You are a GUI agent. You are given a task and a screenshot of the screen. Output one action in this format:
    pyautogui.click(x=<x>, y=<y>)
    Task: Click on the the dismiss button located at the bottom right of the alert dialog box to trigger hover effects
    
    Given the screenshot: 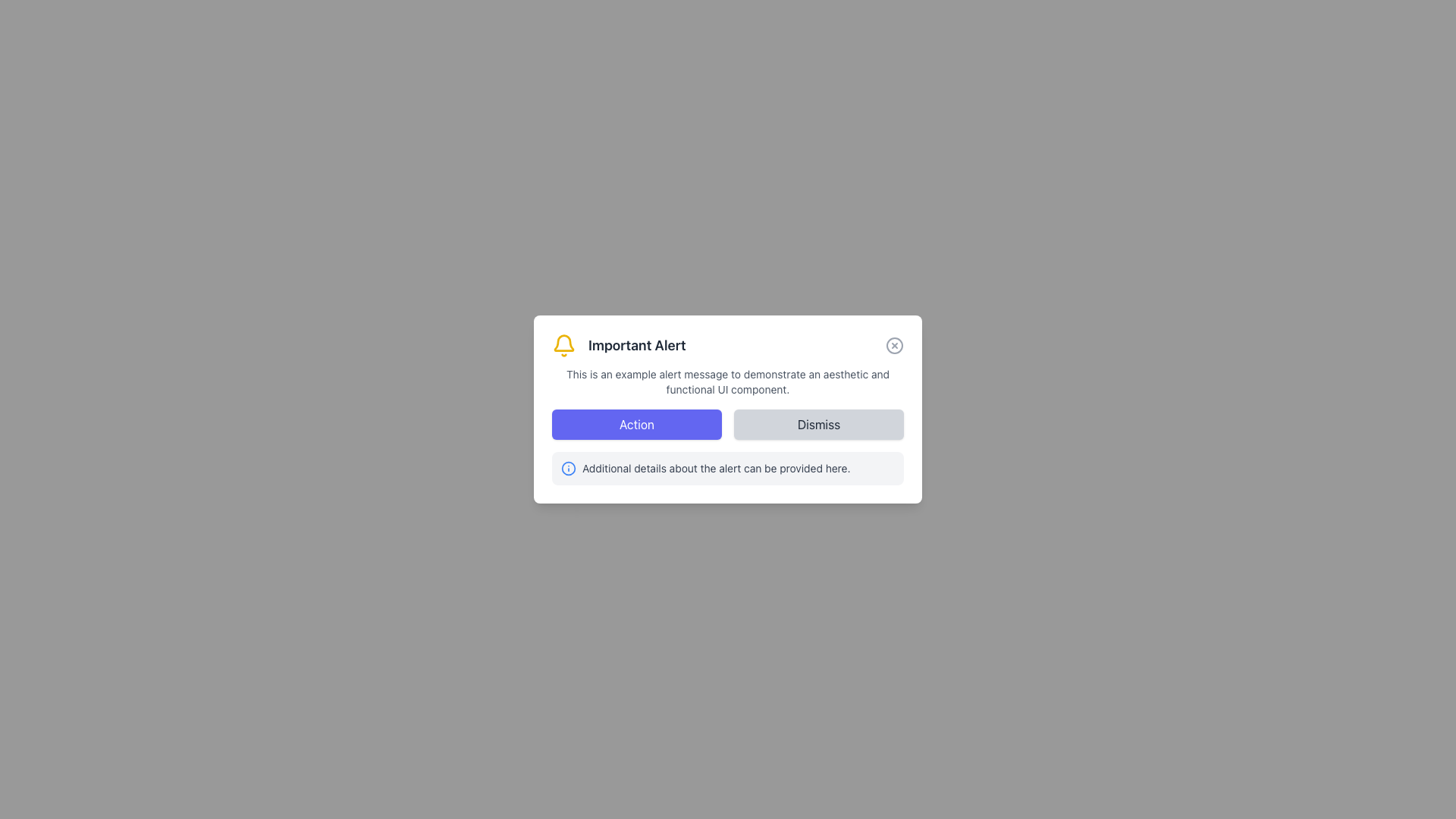 What is the action you would take?
    pyautogui.click(x=818, y=424)
    